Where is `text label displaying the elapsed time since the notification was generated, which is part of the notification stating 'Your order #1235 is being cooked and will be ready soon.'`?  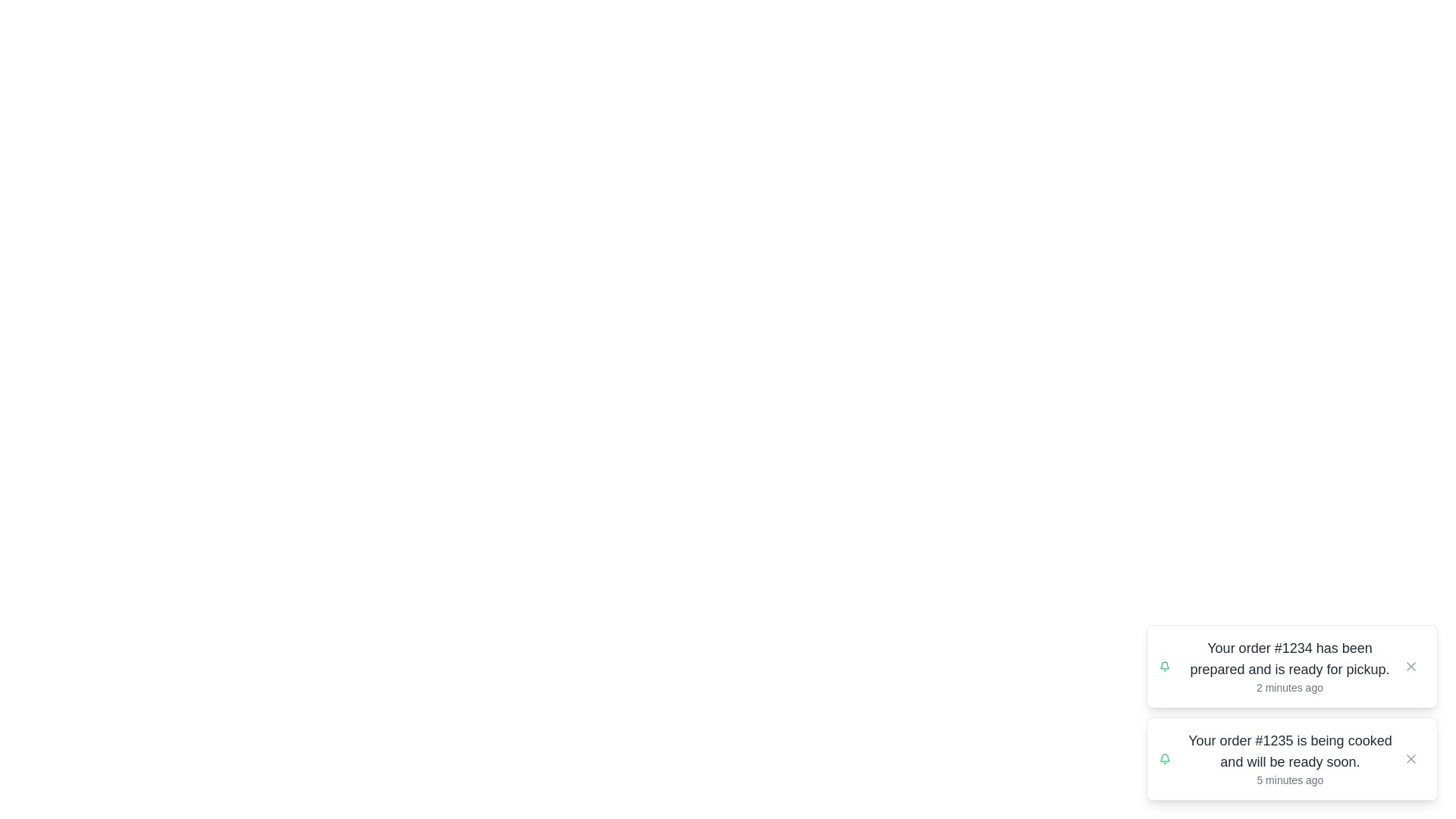 text label displaying the elapsed time since the notification was generated, which is part of the notification stating 'Your order #1235 is being cooked and will be ready soon.' is located at coordinates (1289, 780).